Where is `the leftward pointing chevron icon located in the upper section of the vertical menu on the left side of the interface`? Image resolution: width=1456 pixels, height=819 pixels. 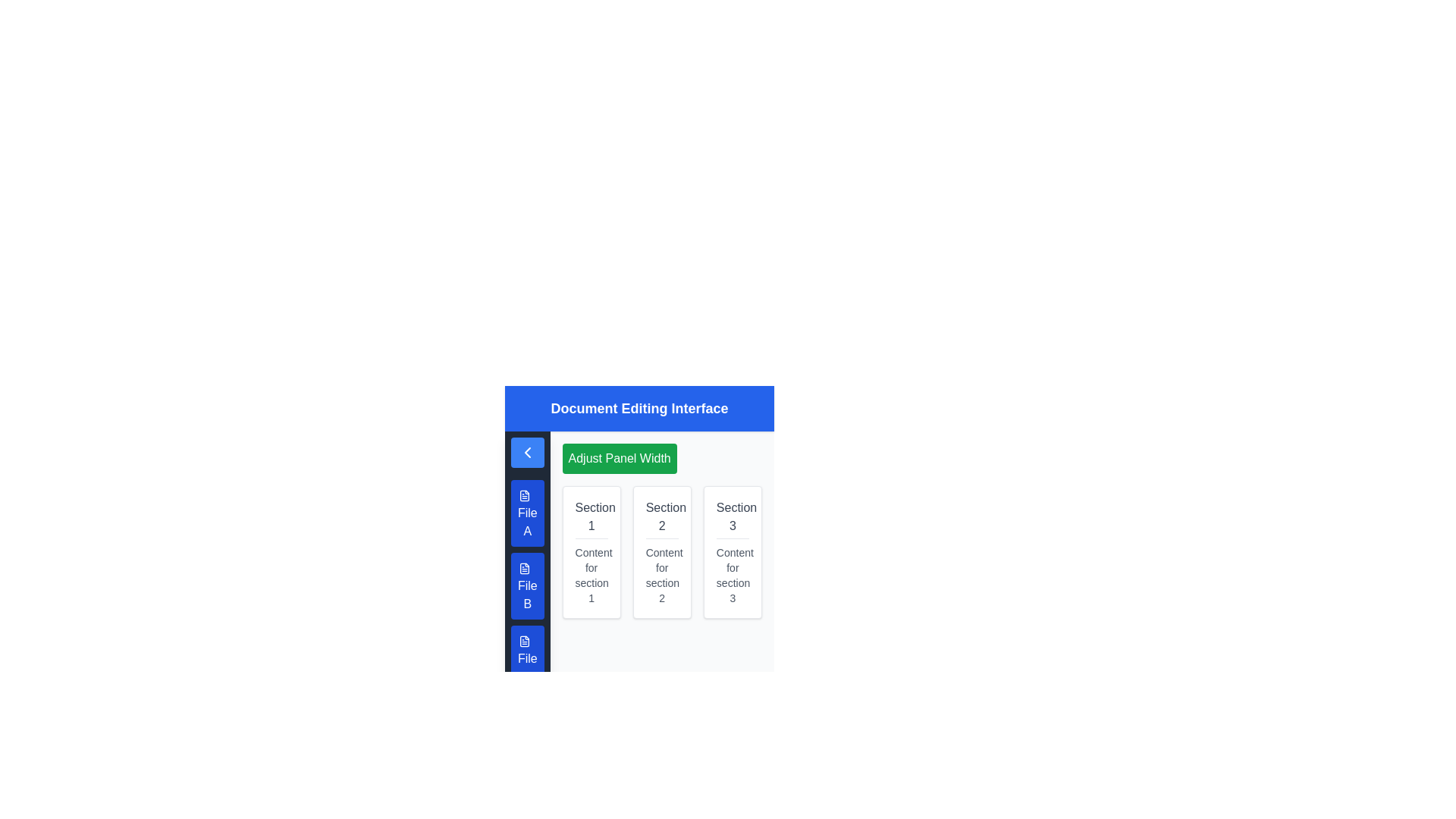
the leftward pointing chevron icon located in the upper section of the vertical menu on the left side of the interface is located at coordinates (527, 452).